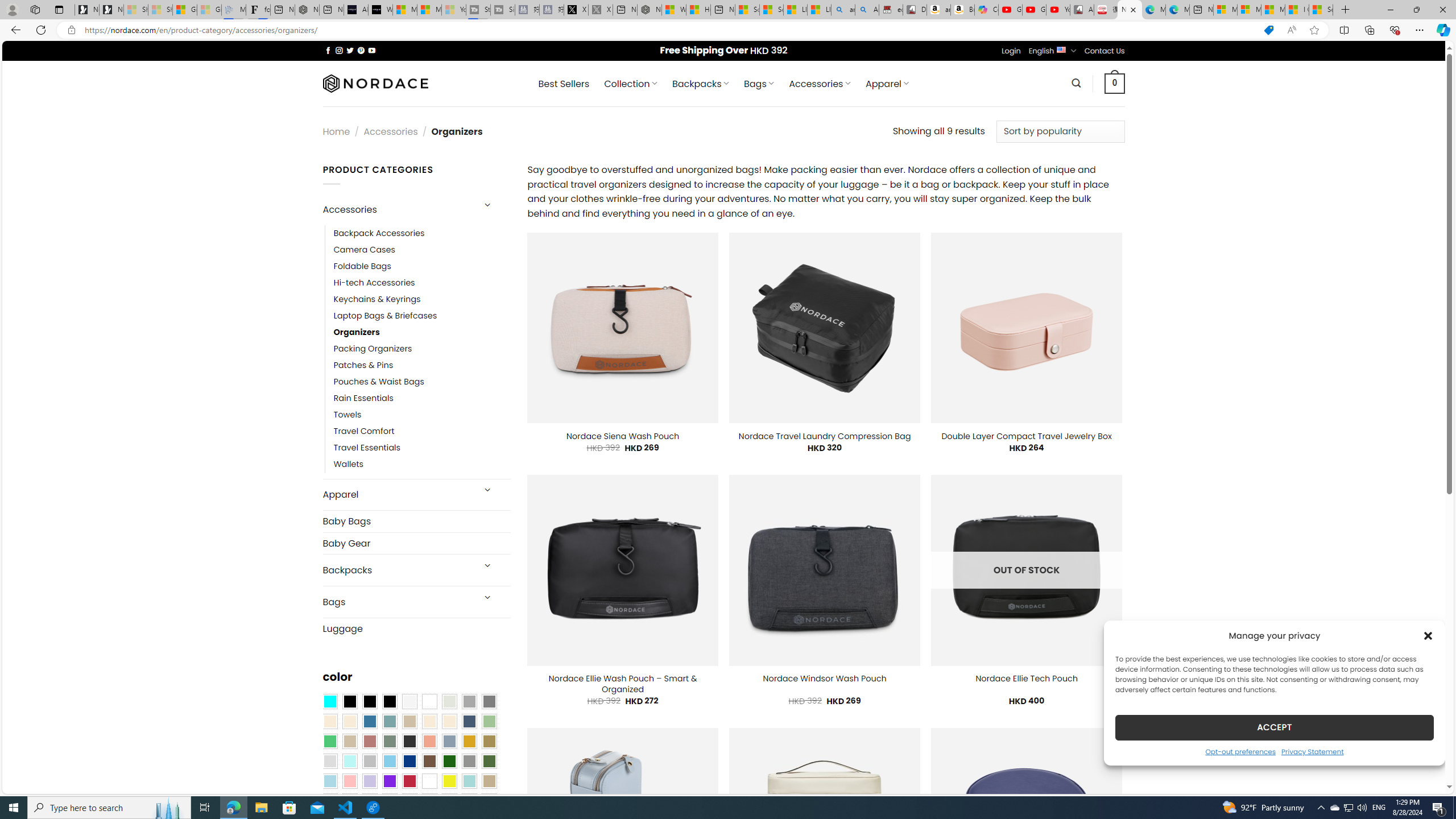 The image size is (1456, 819). Describe the element at coordinates (564, 83) in the screenshot. I see `' Best Sellers'` at that location.